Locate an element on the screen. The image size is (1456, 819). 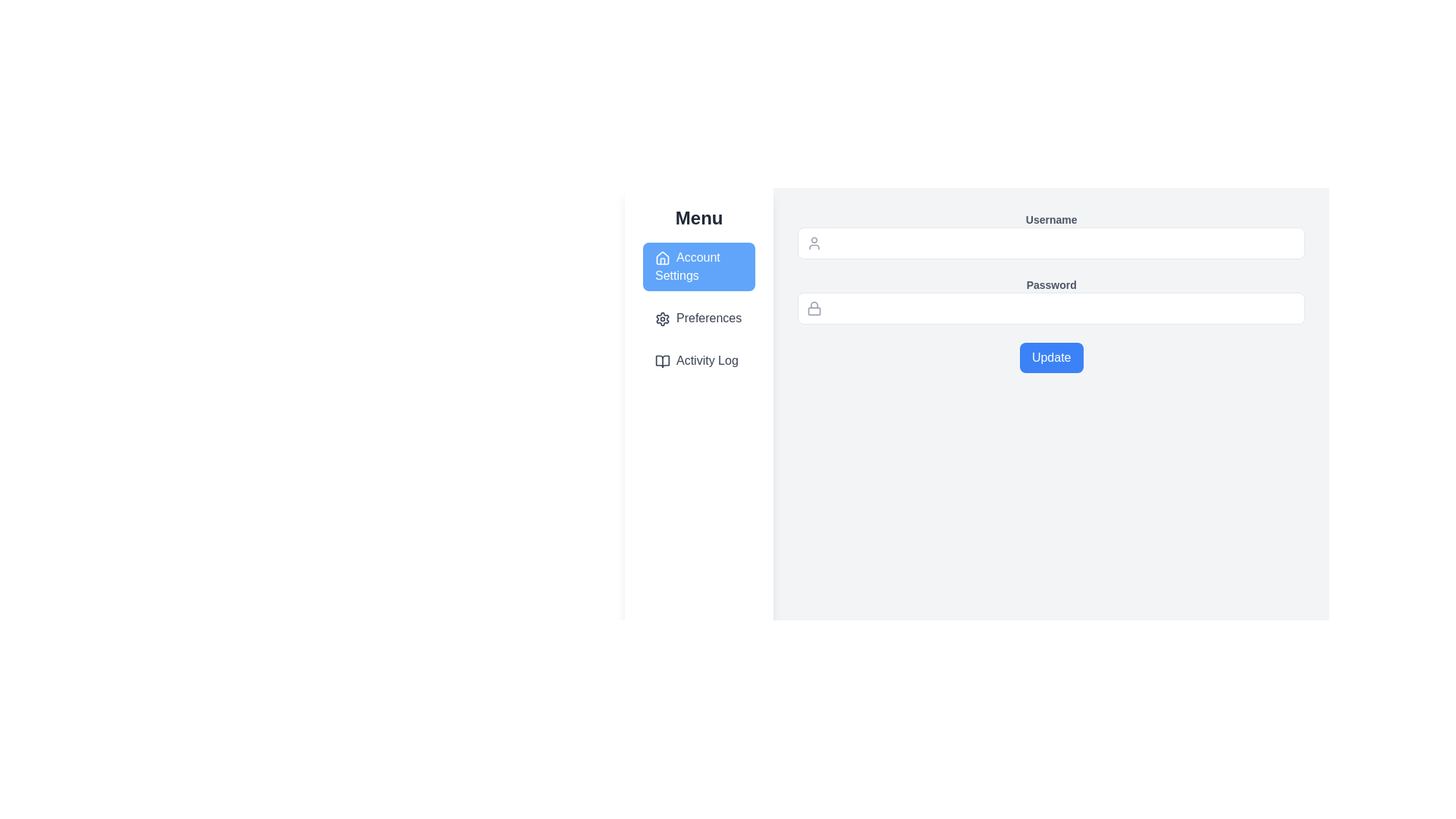
the 'Username' label text, which is styled in a small, bold, gray font and positioned above the input field is located at coordinates (1050, 219).